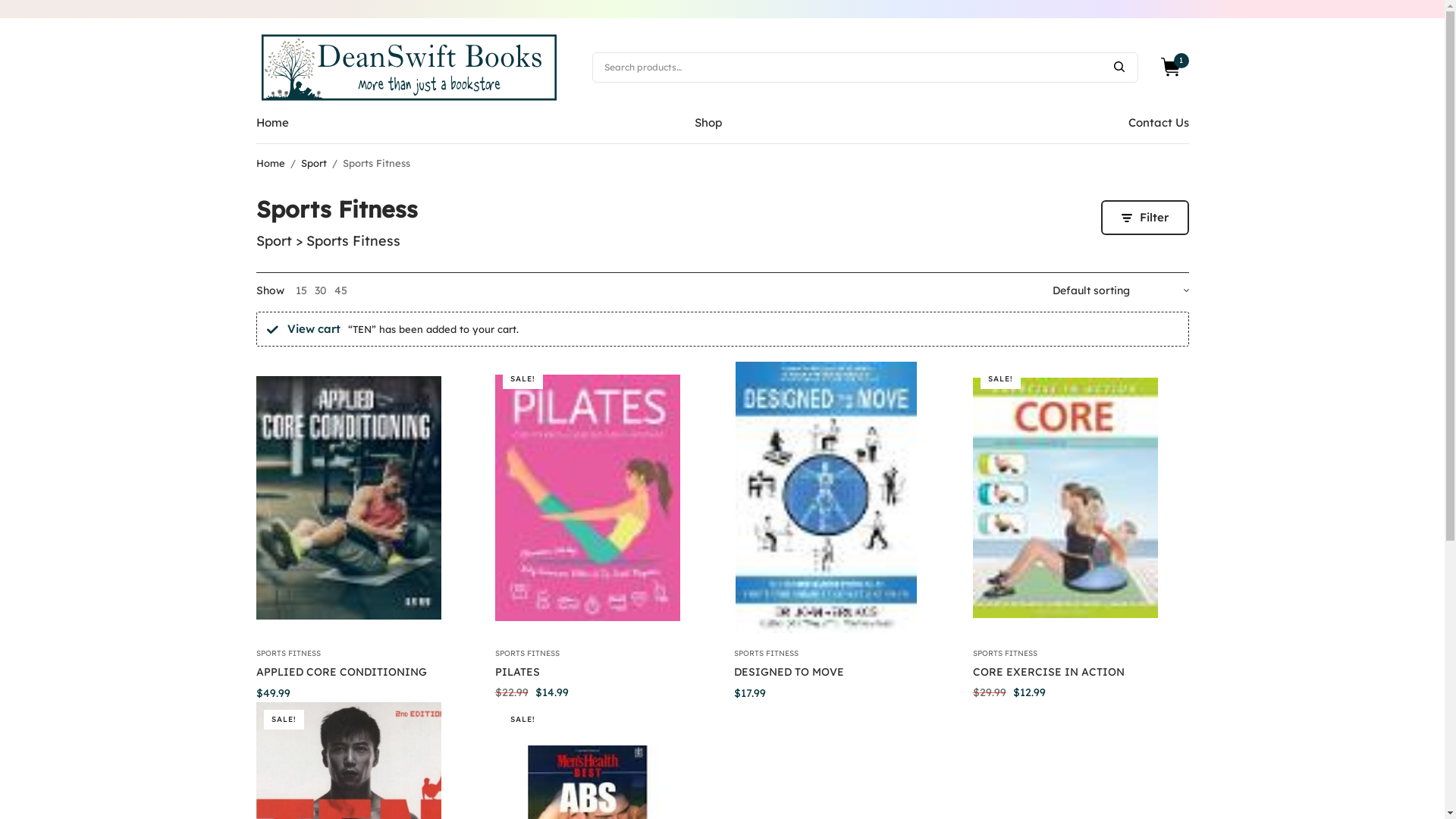 The width and height of the screenshot is (1456, 819). What do you see at coordinates (971, 652) in the screenshot?
I see `'SPORTS FITNESS'` at bounding box center [971, 652].